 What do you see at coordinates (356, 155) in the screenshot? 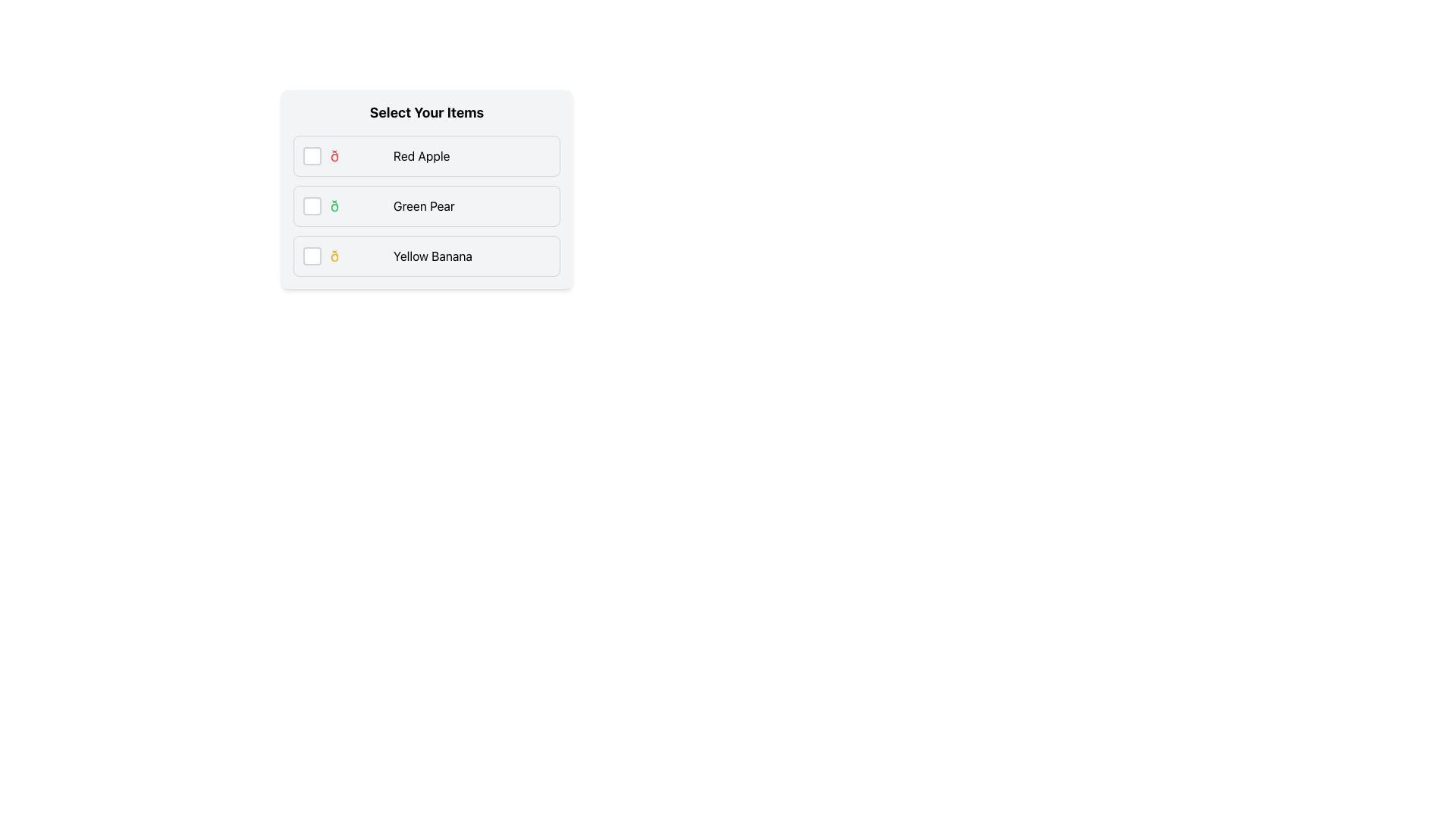
I see `the small red apple emoji located to the right of the checkbox and to the left of the label 'Red Apple' in the first row of the list` at bounding box center [356, 155].